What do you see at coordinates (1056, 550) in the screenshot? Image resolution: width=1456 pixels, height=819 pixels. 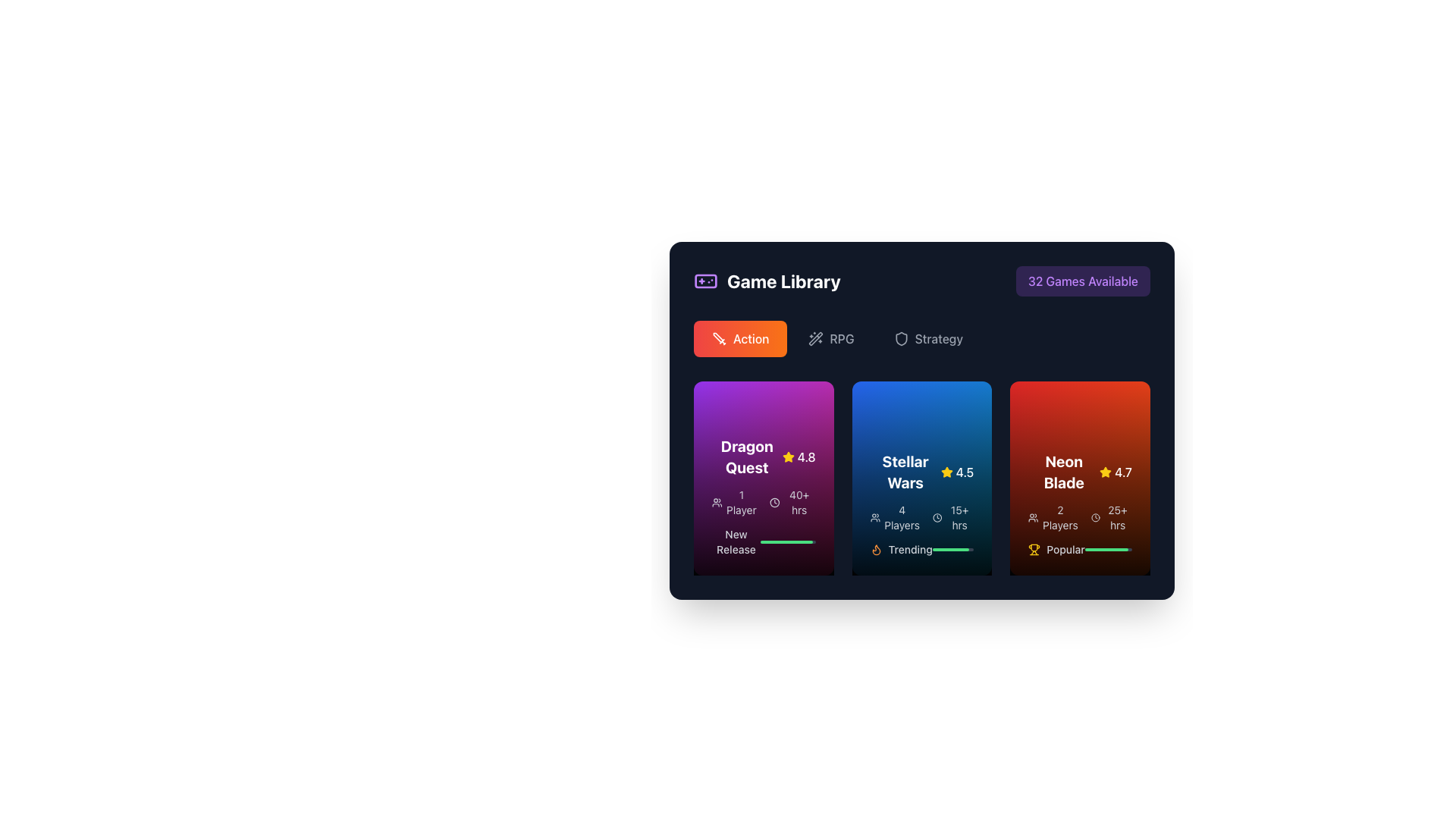 I see `the 'Popular' label with a trophy icon, which is located in the bottom section of the 'Neon Blade' card on the rightmost side, below player count and playtime statistics` at bounding box center [1056, 550].